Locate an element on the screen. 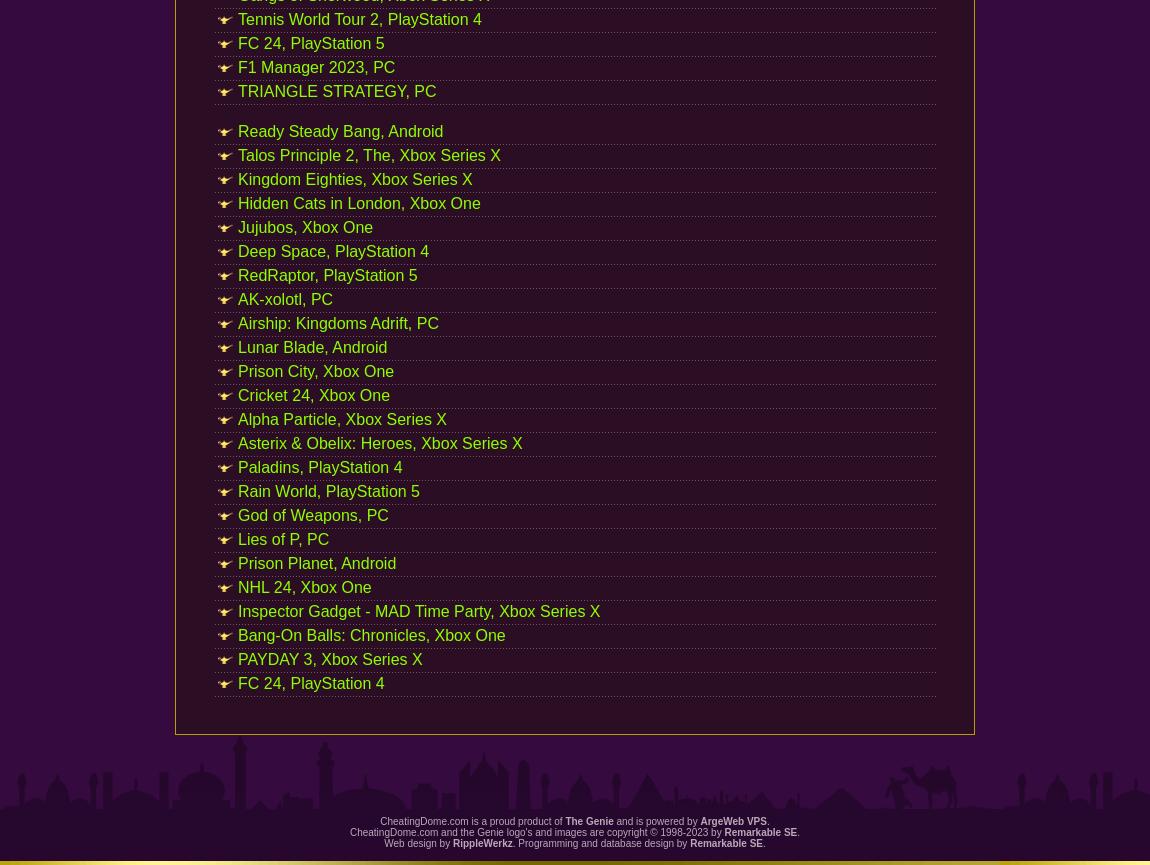 The height and width of the screenshot is (865, 1150). 'Bang-On Balls: Chronicles, Xbox One' is located at coordinates (237, 635).